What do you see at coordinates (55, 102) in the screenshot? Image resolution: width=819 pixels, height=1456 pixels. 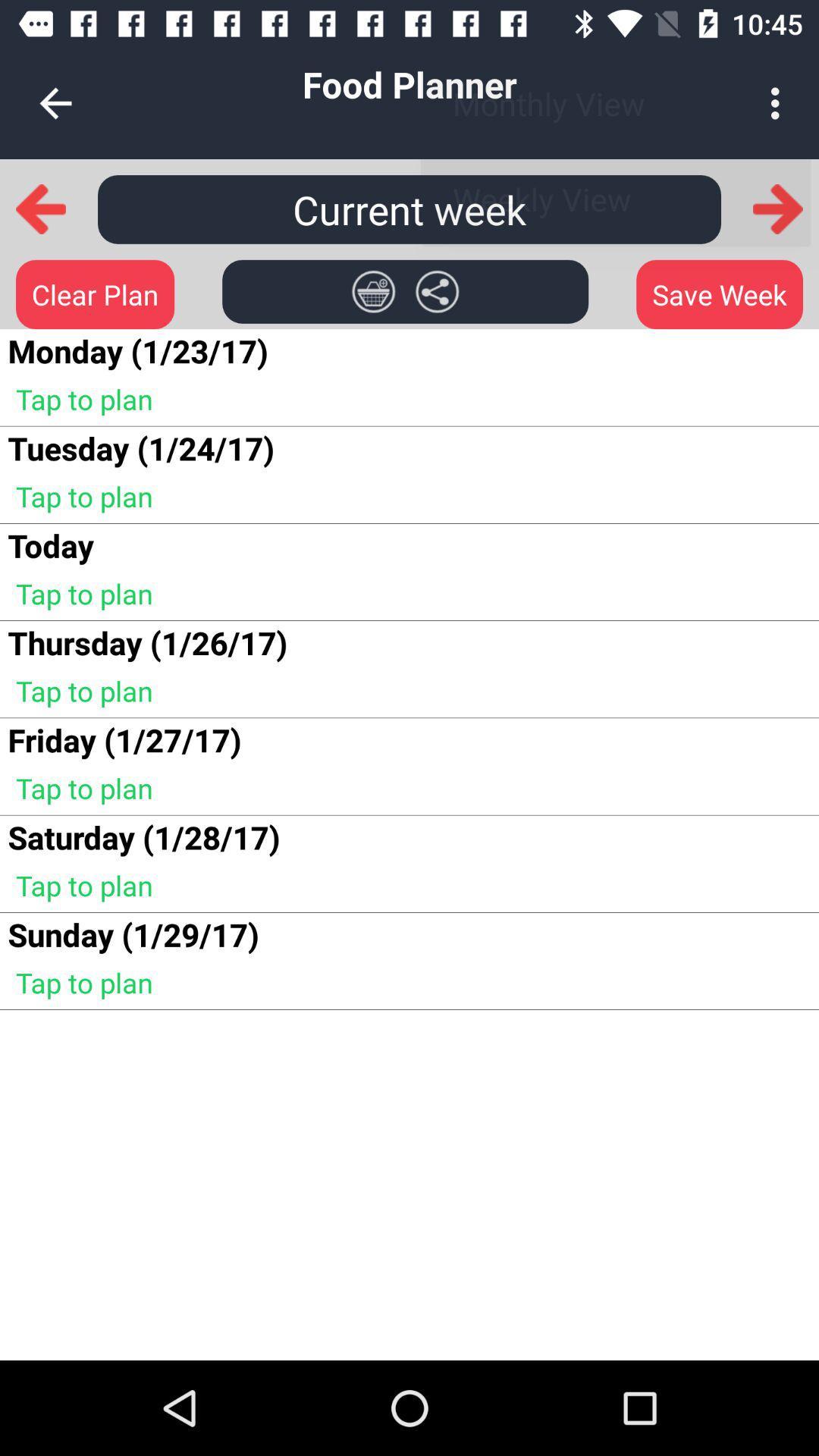 I see `the icon above the current week icon` at bounding box center [55, 102].